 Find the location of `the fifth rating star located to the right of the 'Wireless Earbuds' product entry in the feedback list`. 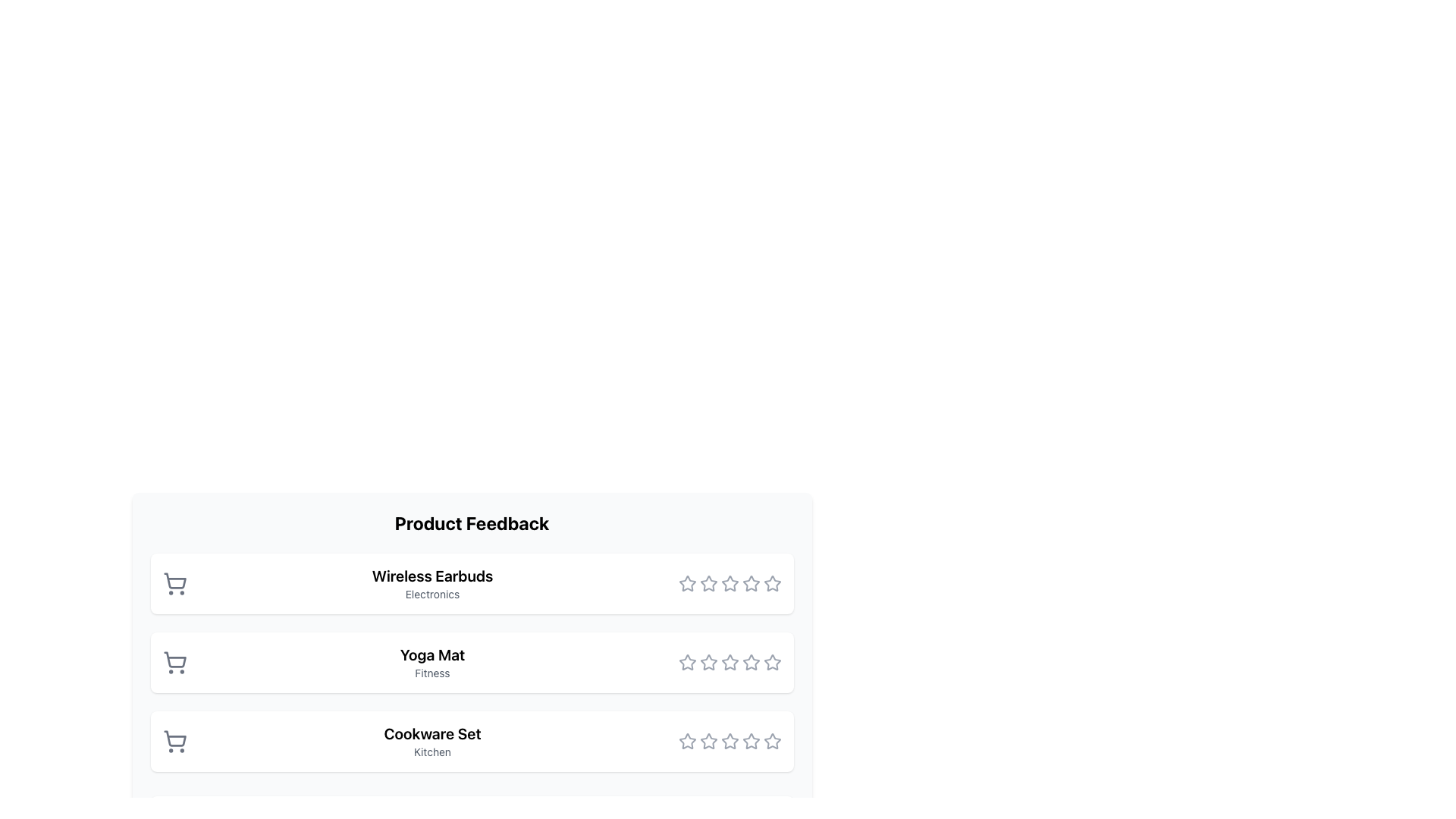

the fifth rating star located to the right of the 'Wireless Earbuds' product entry in the feedback list is located at coordinates (751, 583).